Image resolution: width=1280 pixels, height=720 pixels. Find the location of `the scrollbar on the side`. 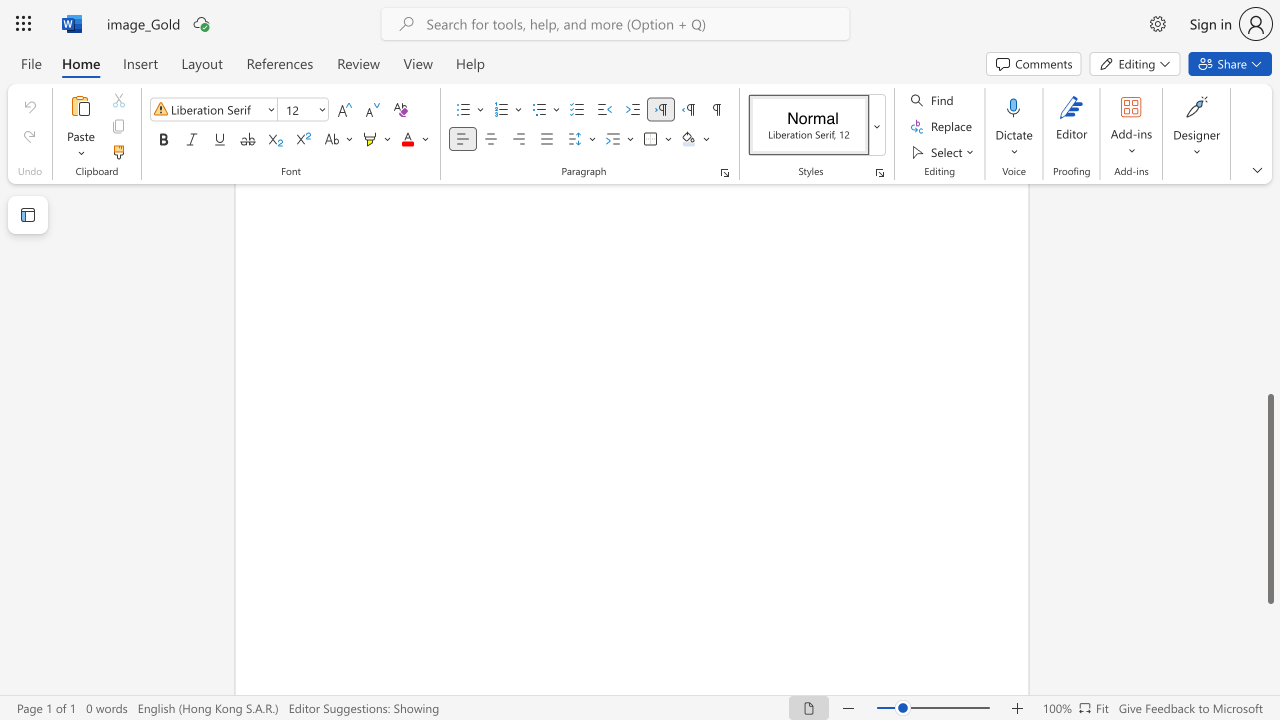

the scrollbar on the side is located at coordinates (1269, 360).